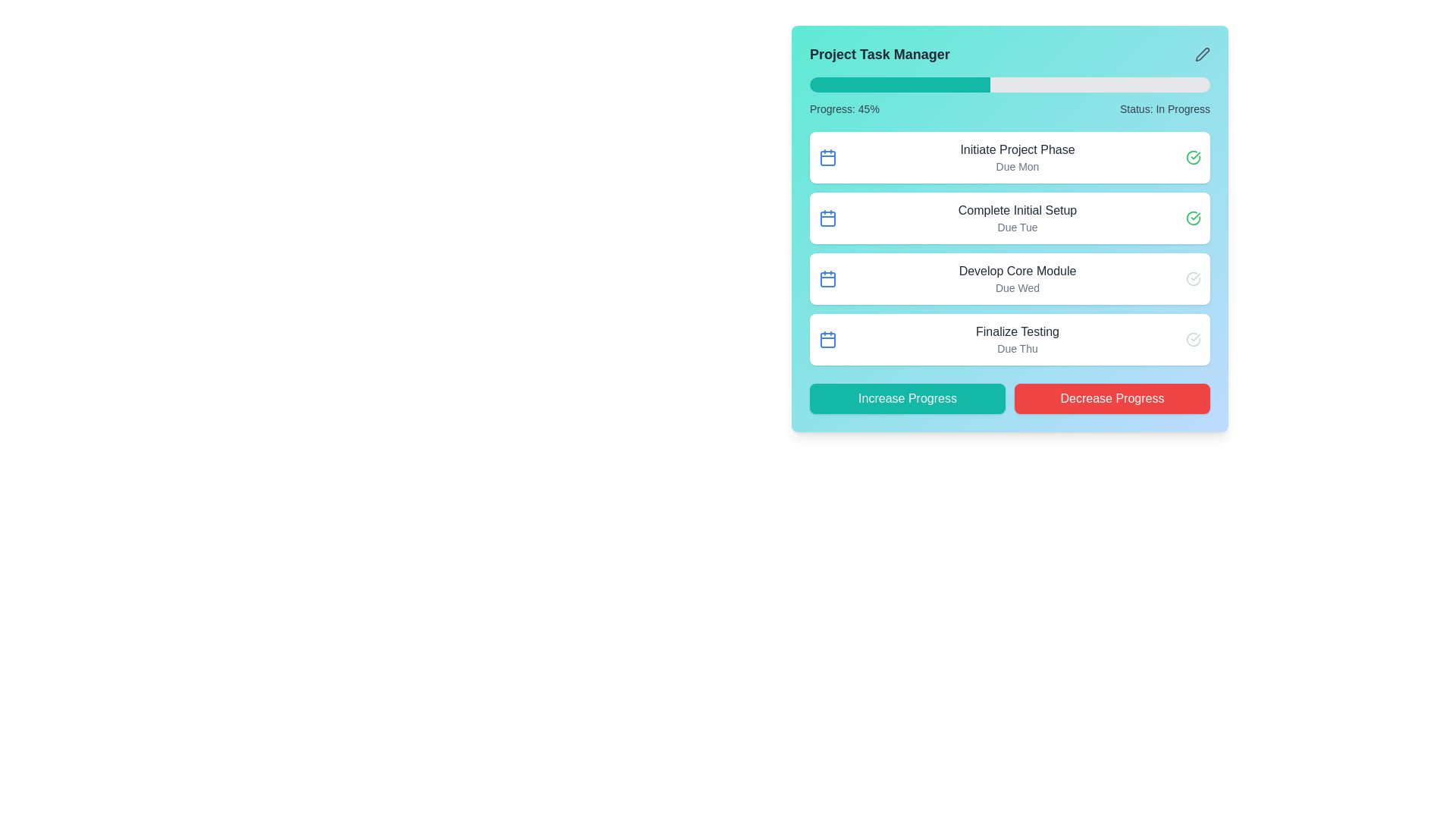  Describe the element at coordinates (1009, 338) in the screenshot. I see `the 'Finalize Testing' task item card, which is a rectangular tile with a white background and a blue calendar icon on the left, located` at that location.